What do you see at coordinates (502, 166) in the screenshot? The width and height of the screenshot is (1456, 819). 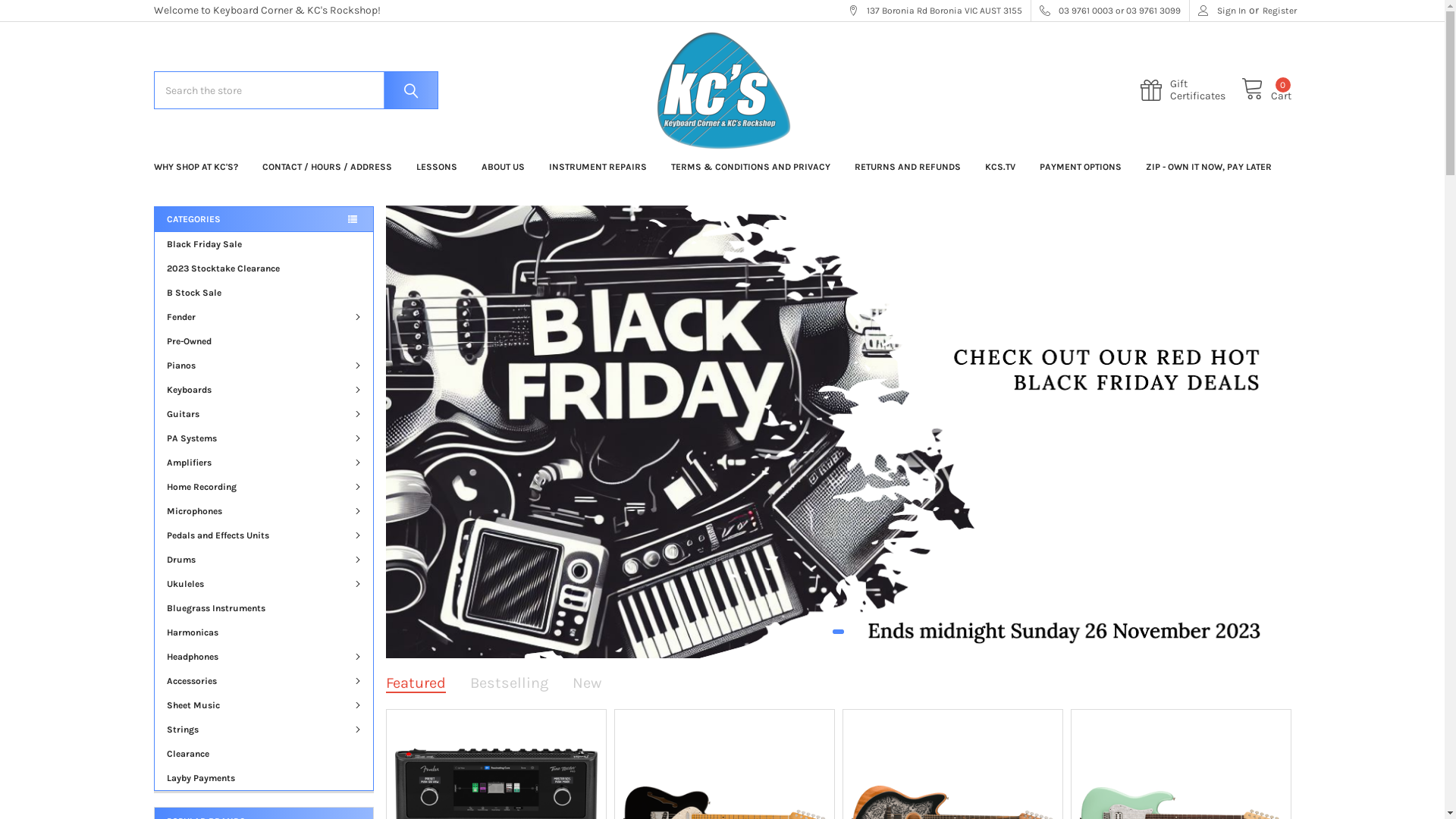 I see `'ABOUT US'` at bounding box center [502, 166].